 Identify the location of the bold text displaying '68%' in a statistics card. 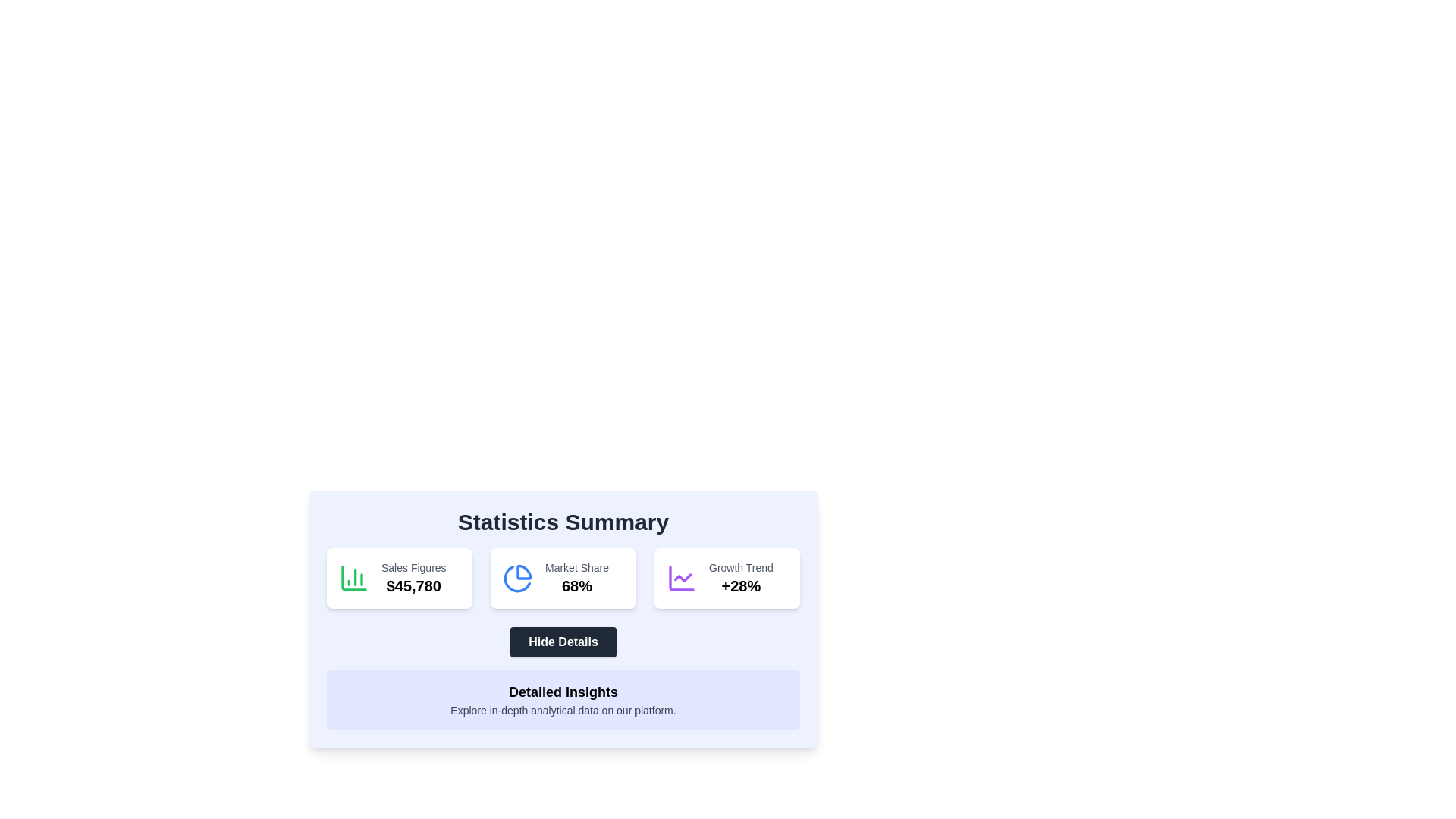
(576, 585).